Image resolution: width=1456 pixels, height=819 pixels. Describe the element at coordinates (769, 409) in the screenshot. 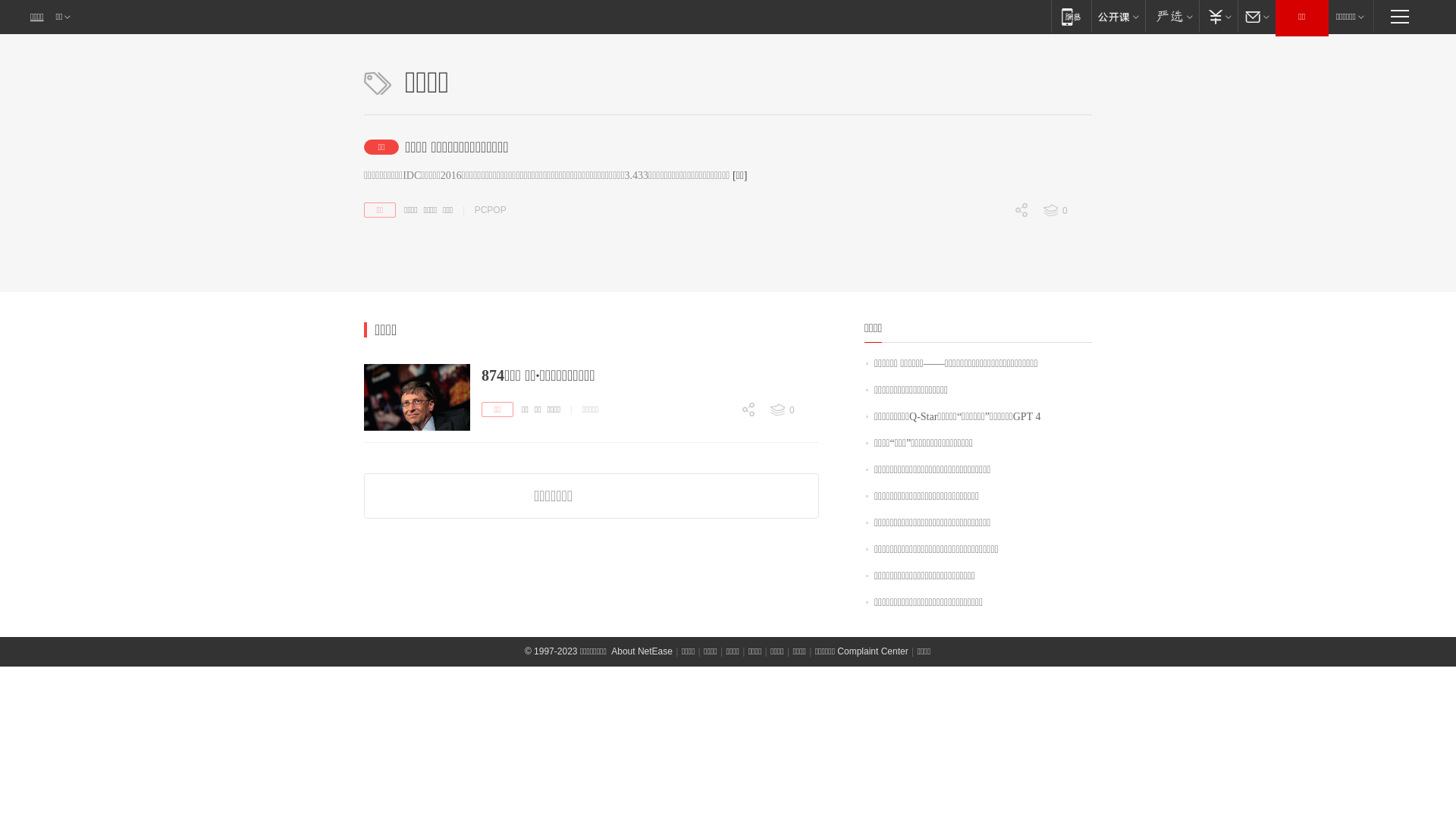

I see `'0'` at that location.